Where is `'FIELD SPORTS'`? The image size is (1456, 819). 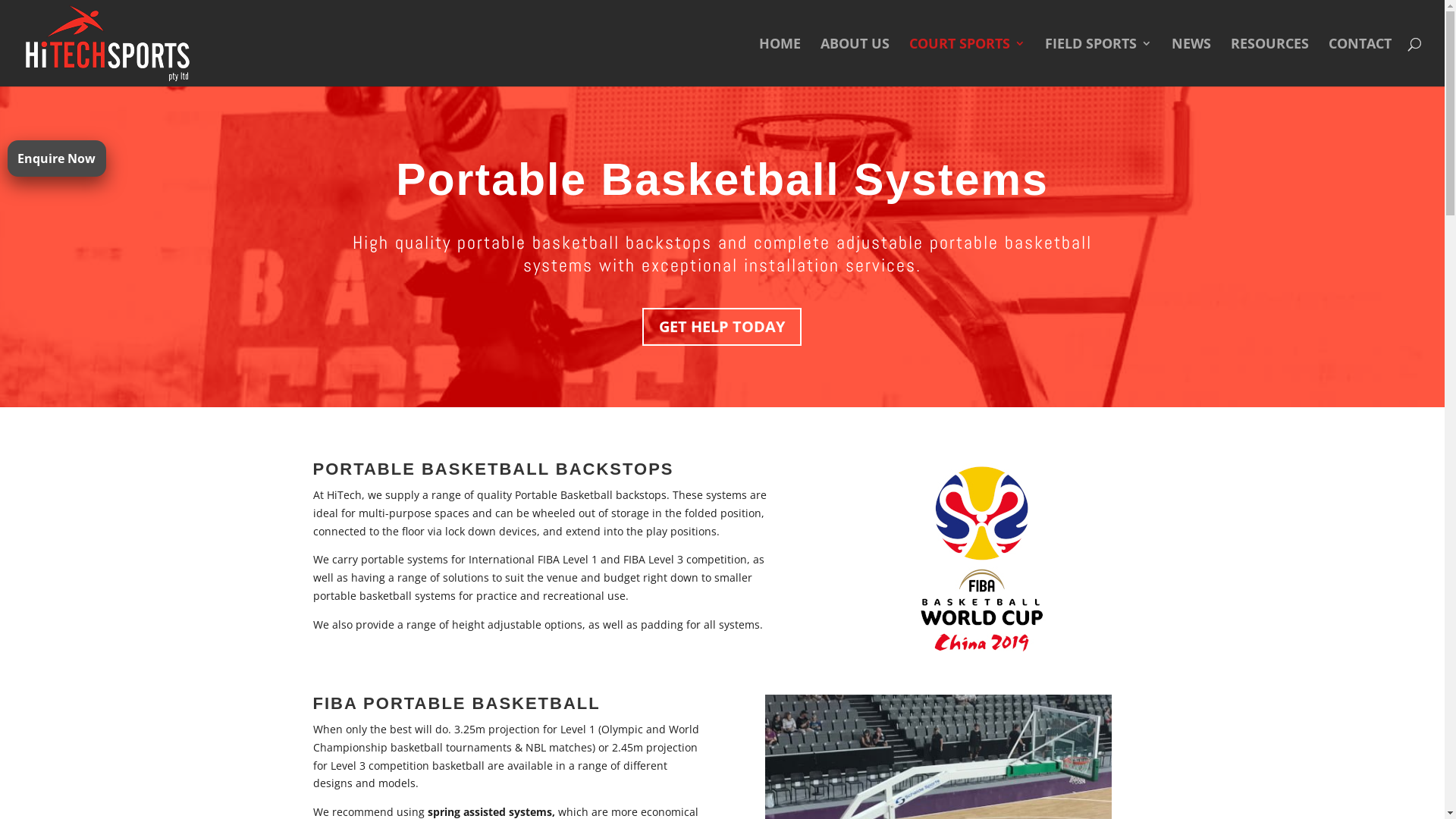
'FIELD SPORTS' is located at coordinates (1043, 61).